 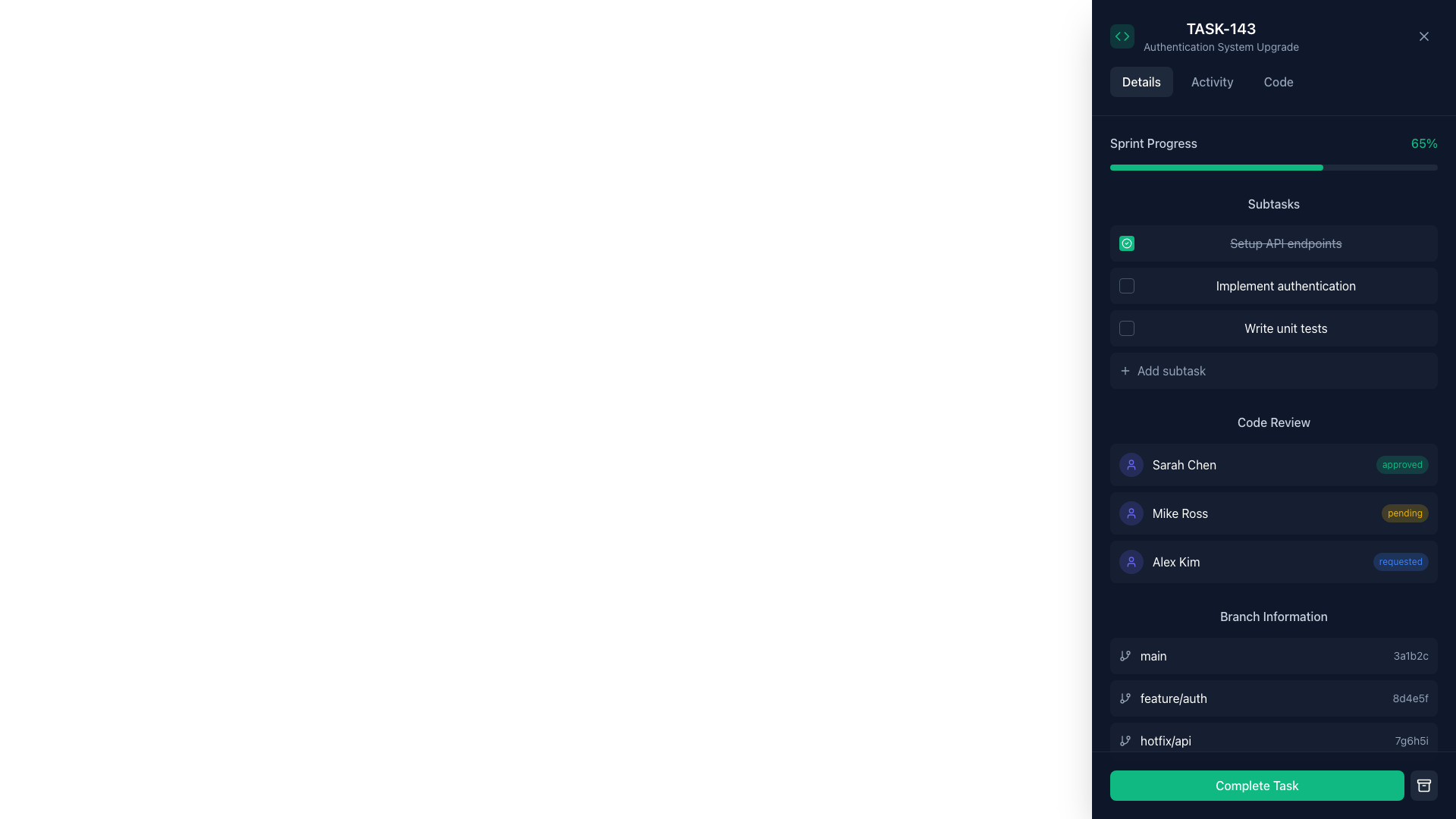 I want to click on the 'Add subtask' text label within the button control, so click(x=1171, y=371).